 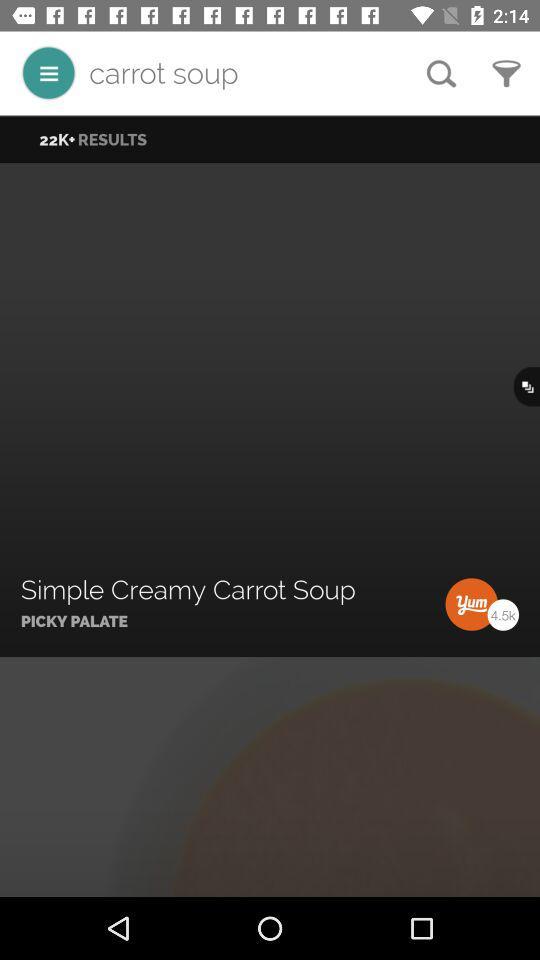 I want to click on the icon next to the carrot soup icon, so click(x=48, y=73).